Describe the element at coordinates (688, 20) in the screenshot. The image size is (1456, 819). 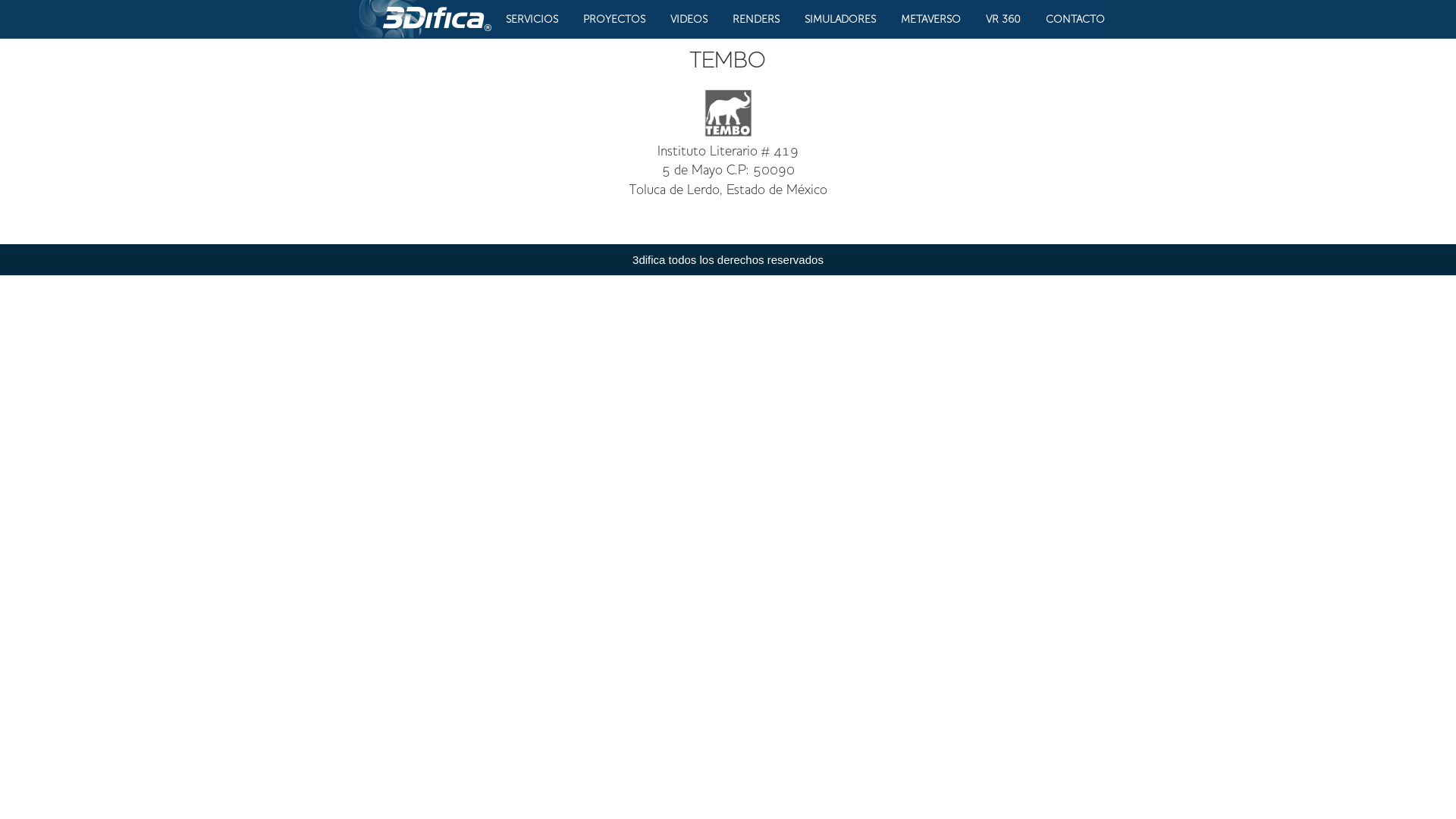
I see `'VIDEOS'` at that location.